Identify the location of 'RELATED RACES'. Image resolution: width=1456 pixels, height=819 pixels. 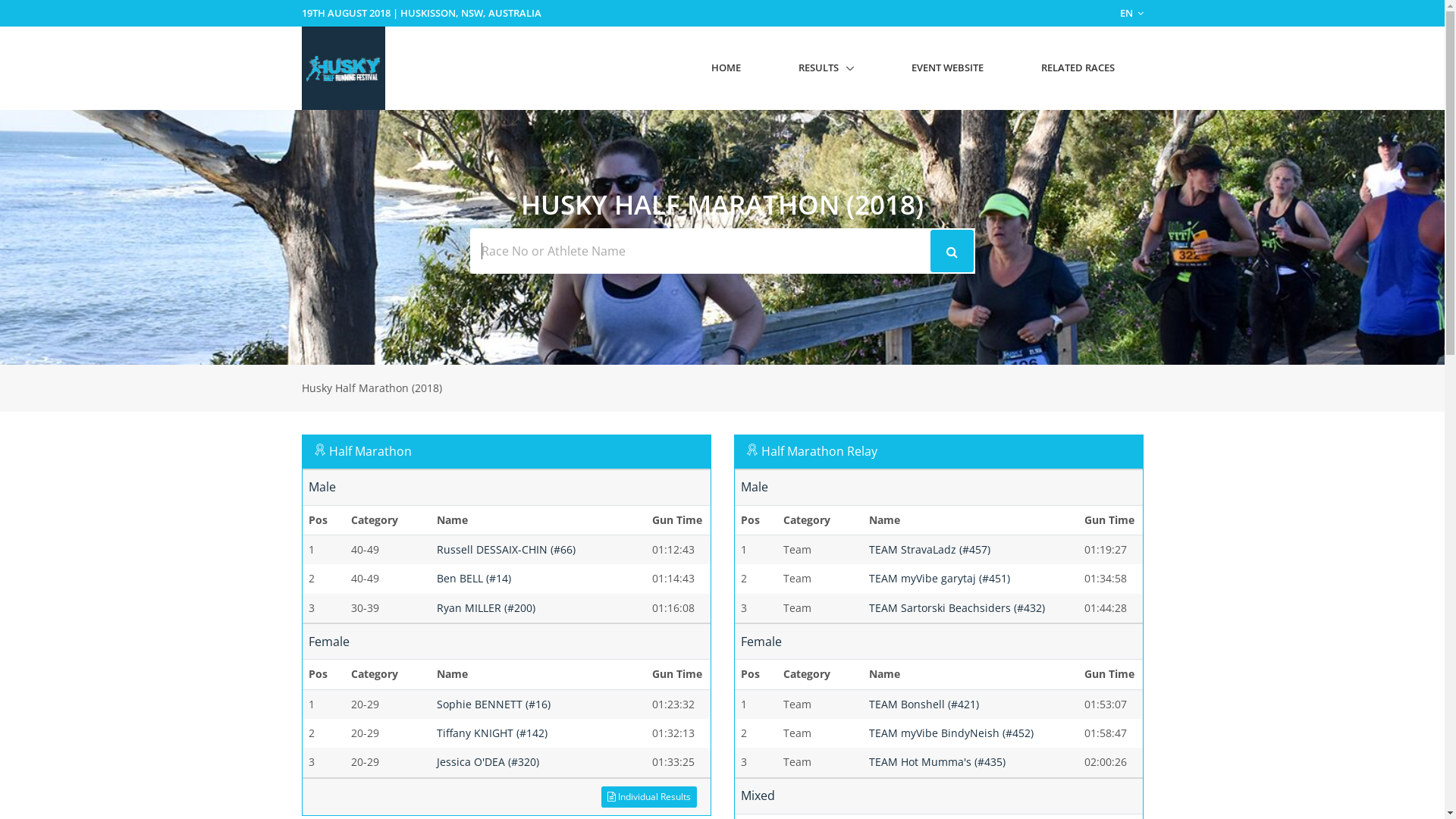
(1076, 67).